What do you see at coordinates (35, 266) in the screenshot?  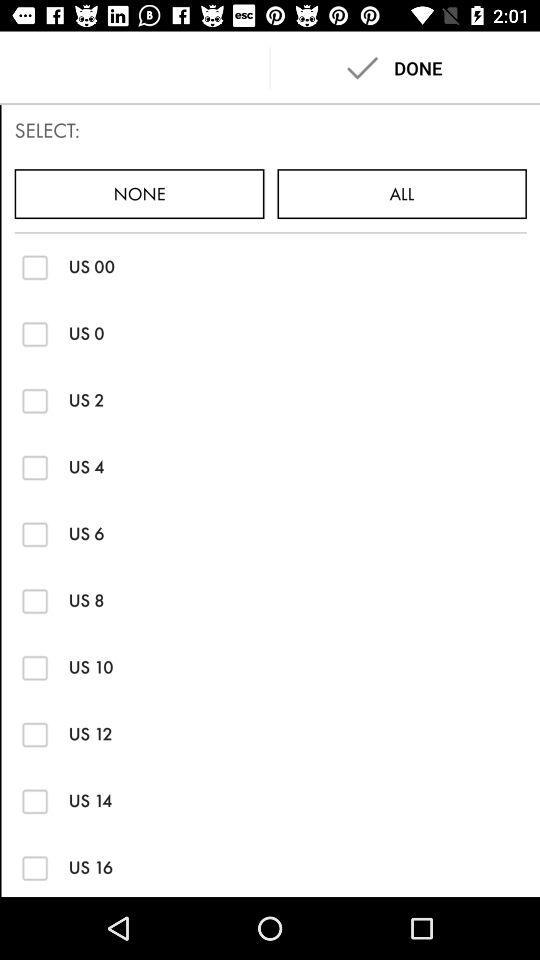 I see `this option` at bounding box center [35, 266].